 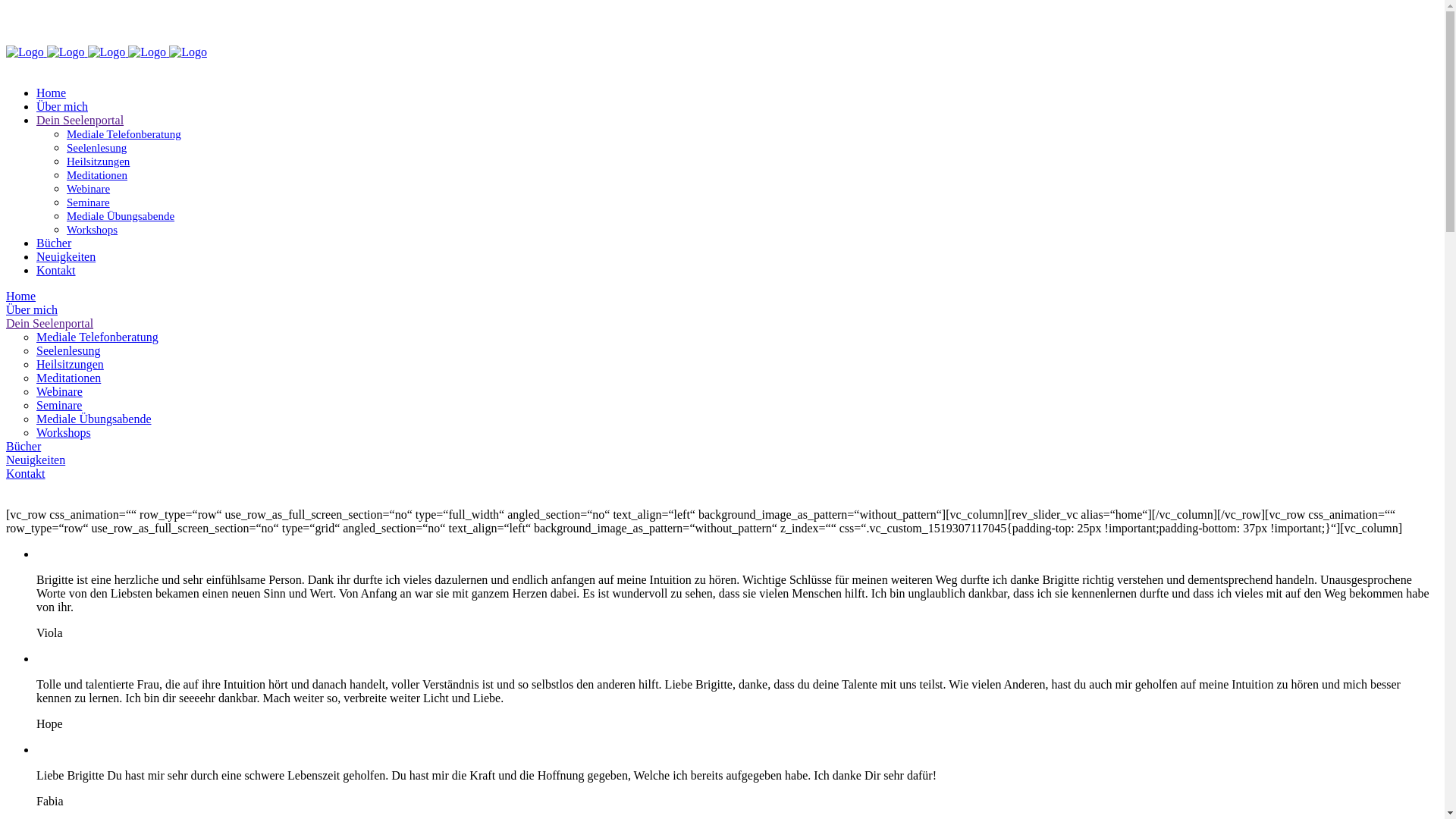 What do you see at coordinates (124, 133) in the screenshot?
I see `'Mediale Telefonberatung'` at bounding box center [124, 133].